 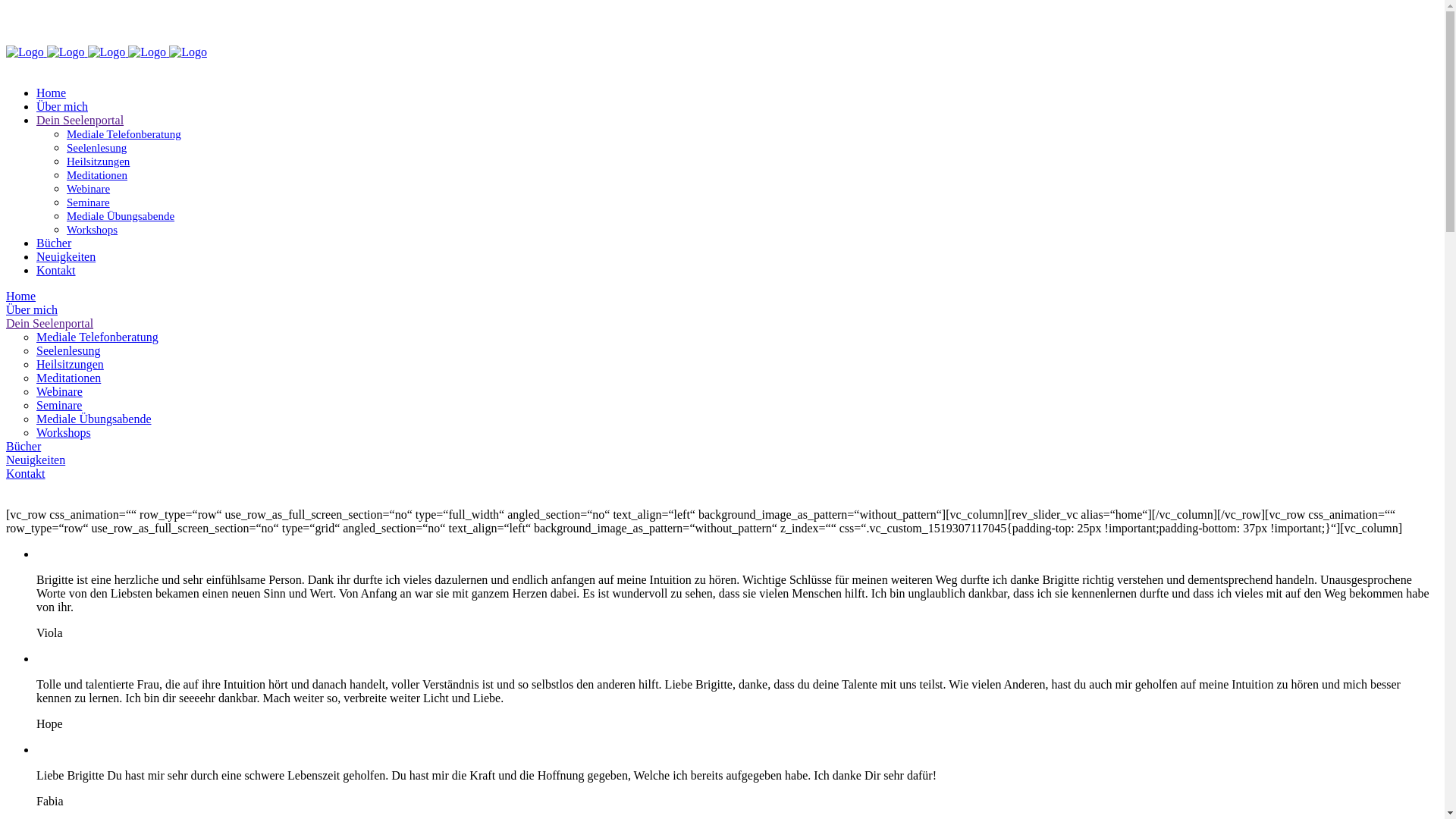 What do you see at coordinates (124, 133) in the screenshot?
I see `'Mediale Telefonberatung'` at bounding box center [124, 133].